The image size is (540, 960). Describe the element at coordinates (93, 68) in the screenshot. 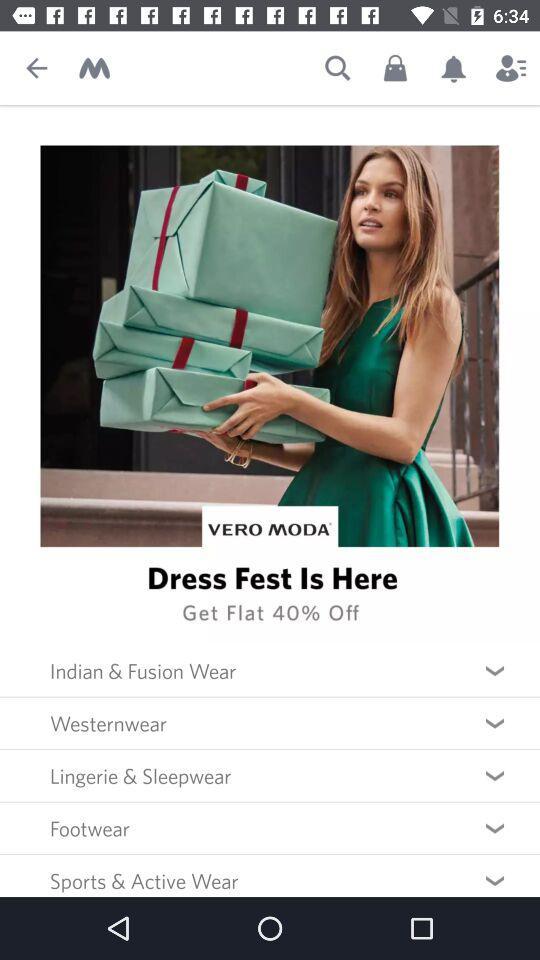

I see `return to home page` at that location.